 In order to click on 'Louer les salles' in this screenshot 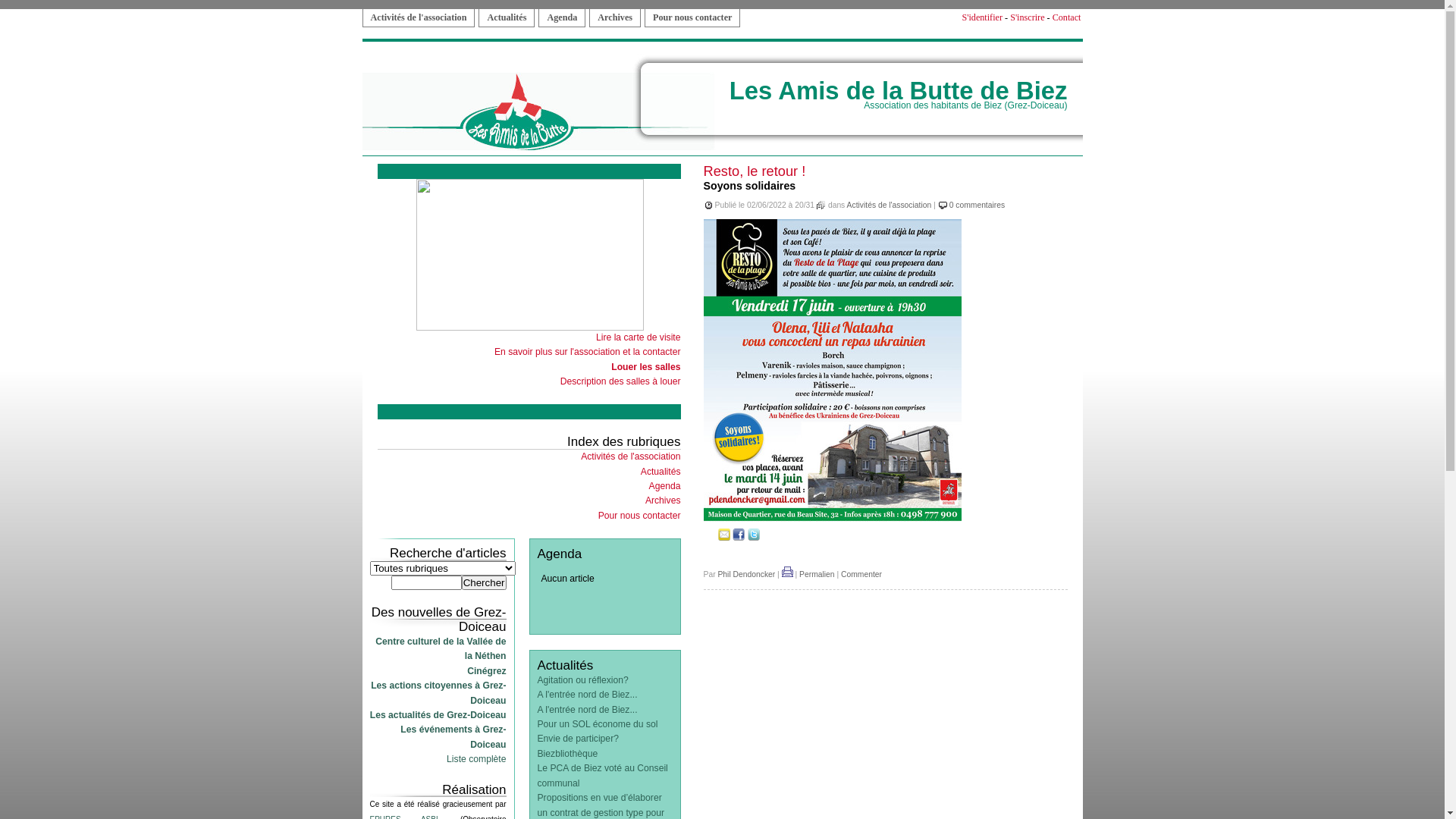, I will do `click(645, 366)`.